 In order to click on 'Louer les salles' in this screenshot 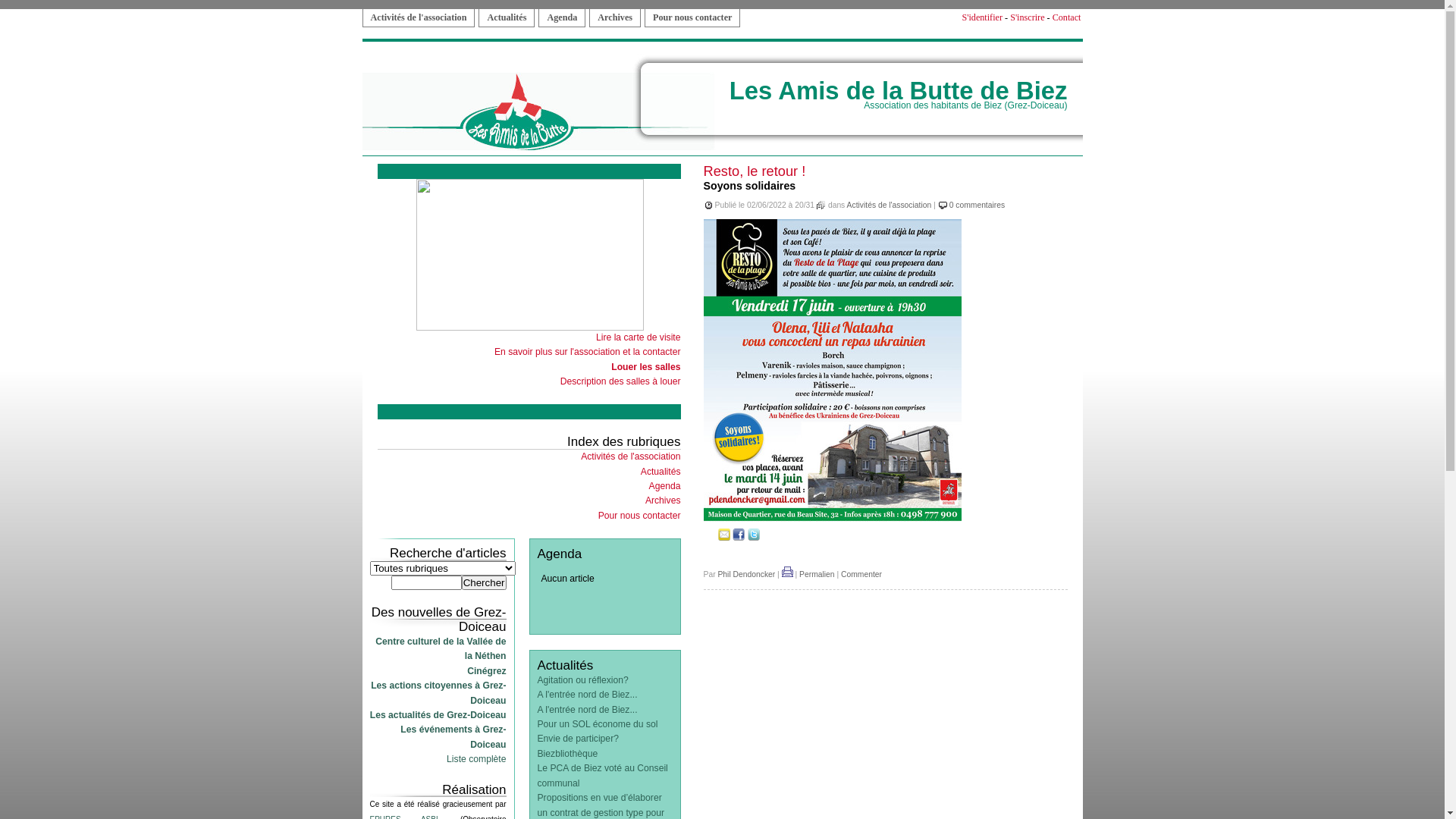, I will do `click(645, 366)`.